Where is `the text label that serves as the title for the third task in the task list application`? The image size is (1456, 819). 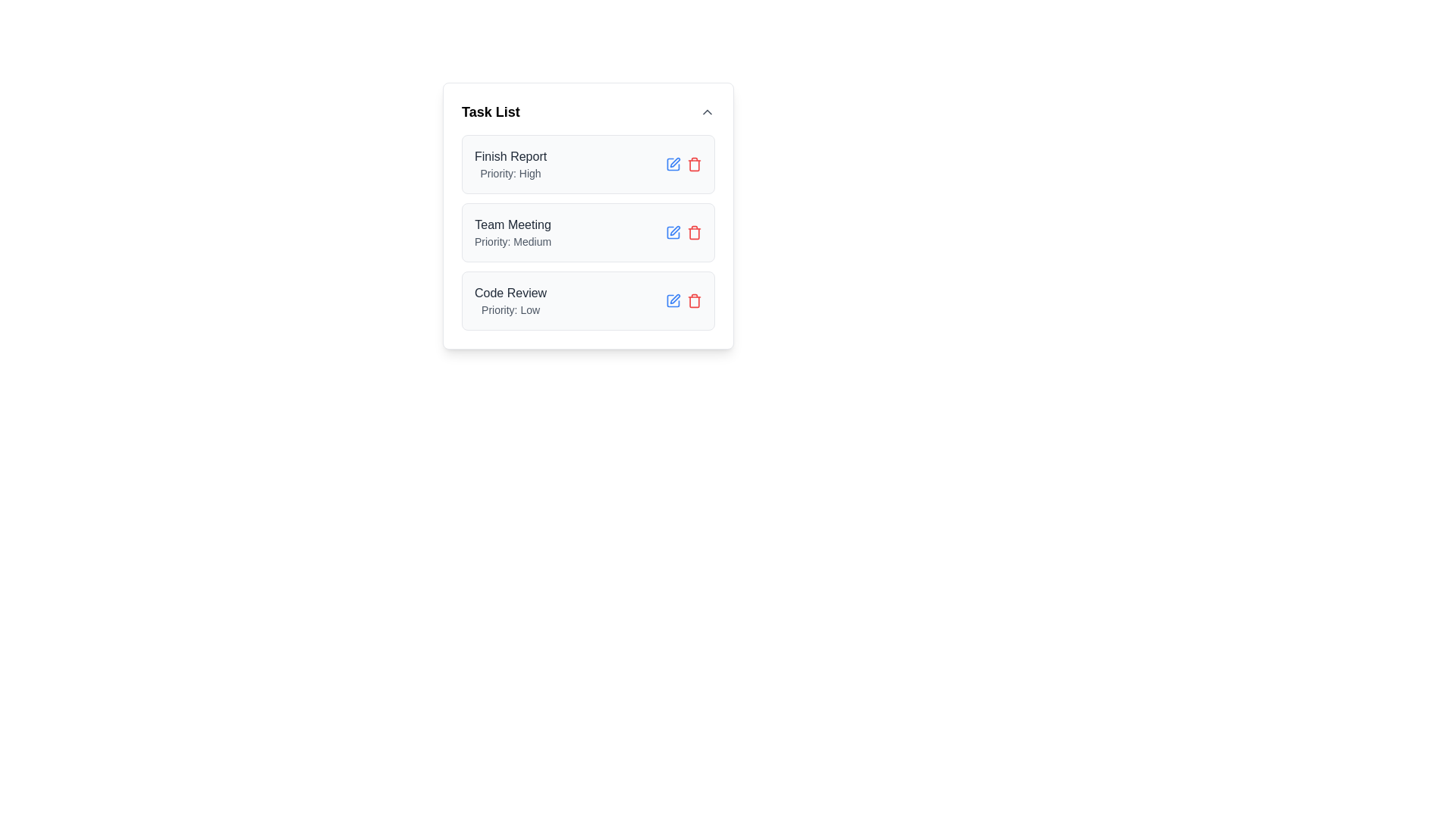 the text label that serves as the title for the third task in the task list application is located at coordinates (510, 293).